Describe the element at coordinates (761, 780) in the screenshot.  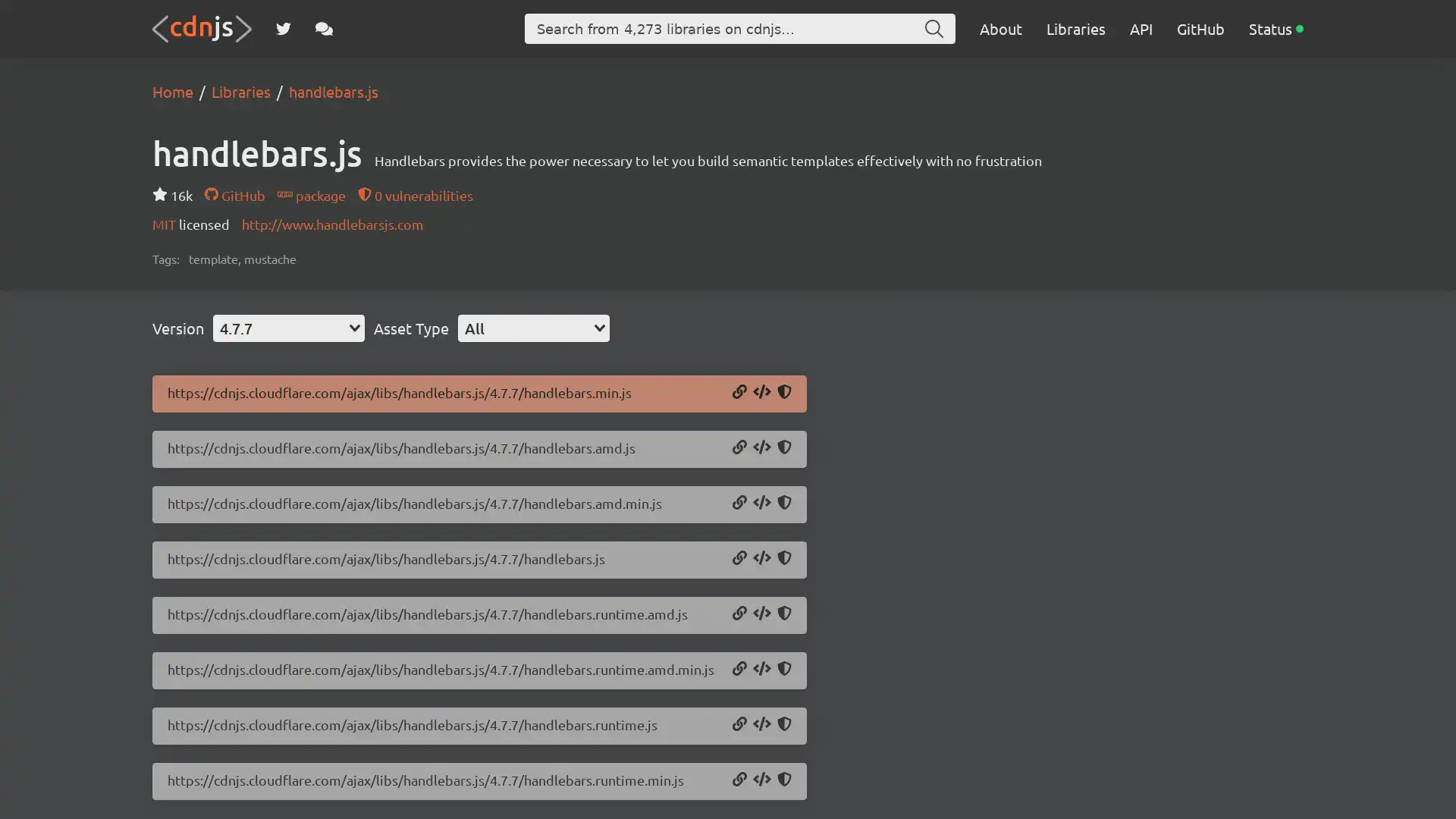
I see `Copy Script Tag` at that location.